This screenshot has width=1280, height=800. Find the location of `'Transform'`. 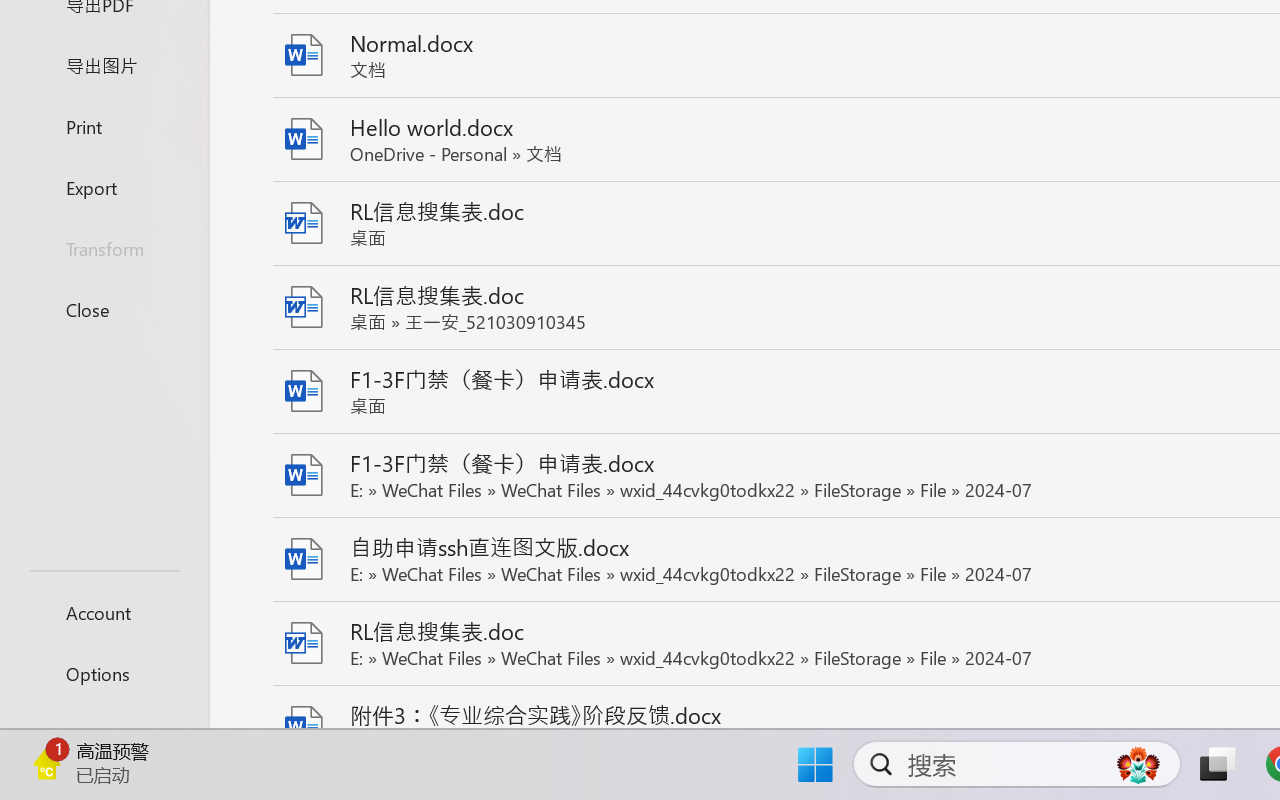

'Transform' is located at coordinates (103, 247).